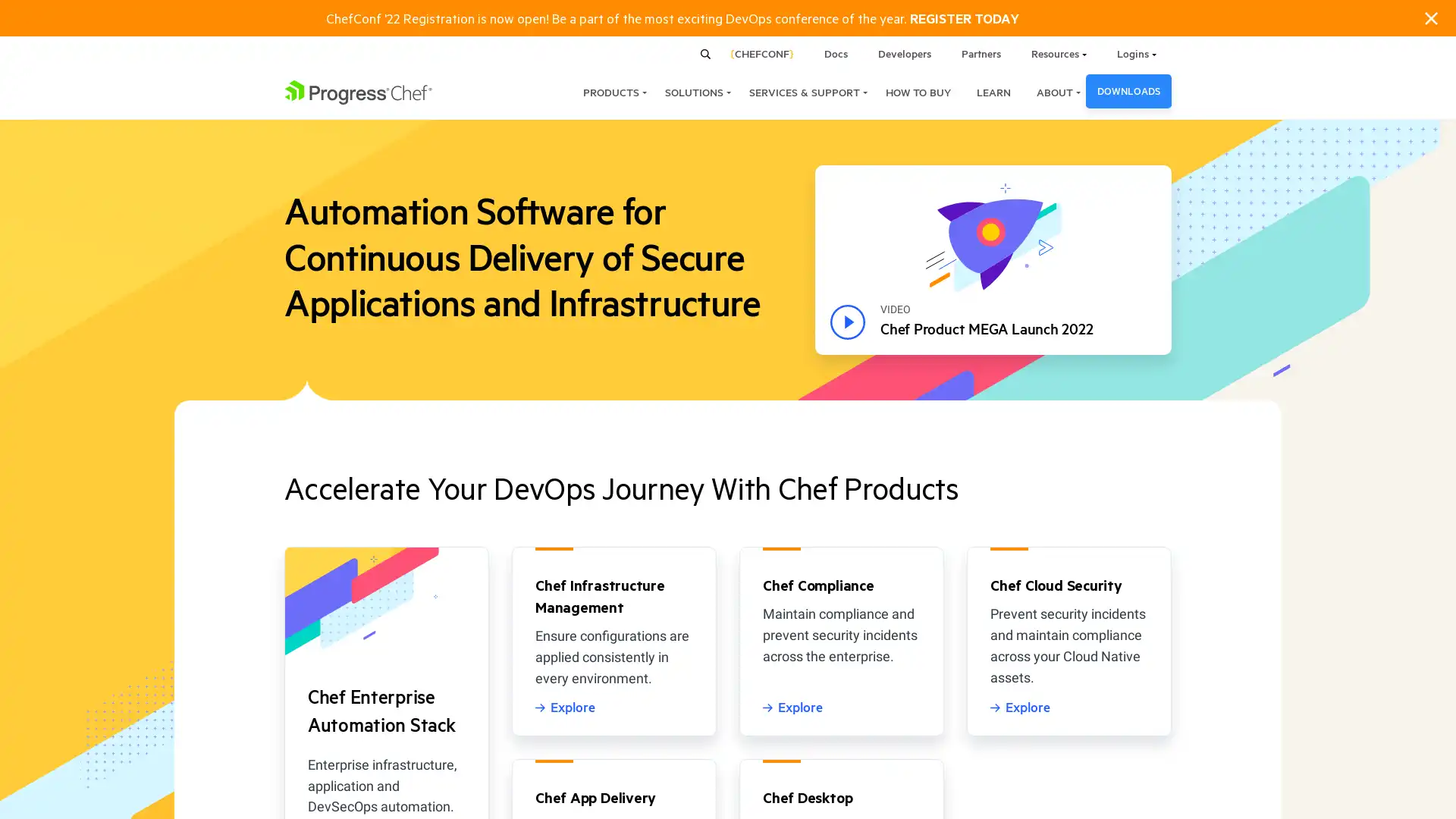 This screenshot has width=1456, height=819. I want to click on Logins, so click(1136, 54).